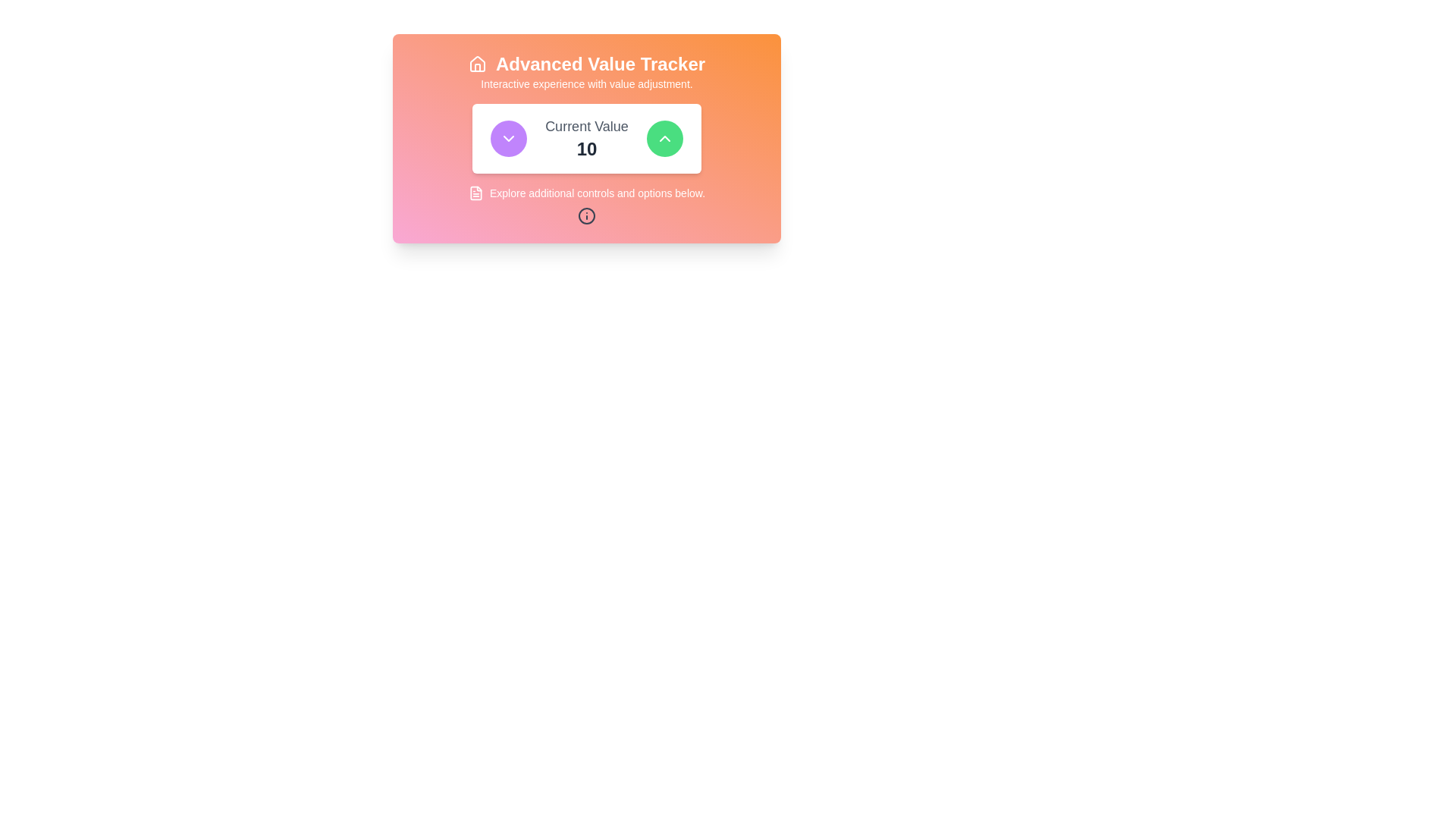 This screenshot has width=1456, height=819. What do you see at coordinates (475, 192) in the screenshot?
I see `the document icon styled in white, located to the left of the text 'Explore additional controls and options below.' in the footer of the colorful interface` at bounding box center [475, 192].